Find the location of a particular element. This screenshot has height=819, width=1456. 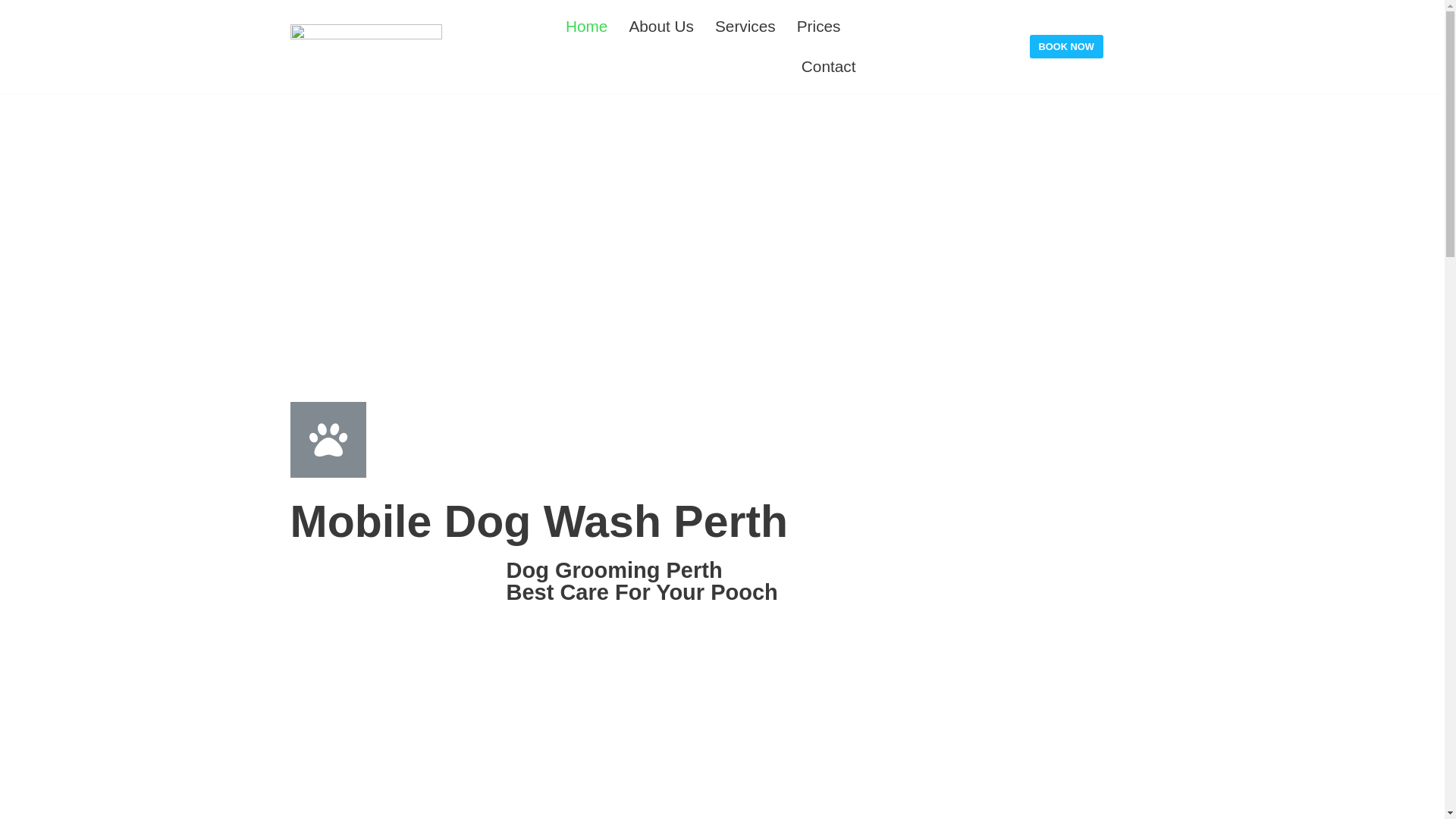

'Prices' is located at coordinates (818, 26).